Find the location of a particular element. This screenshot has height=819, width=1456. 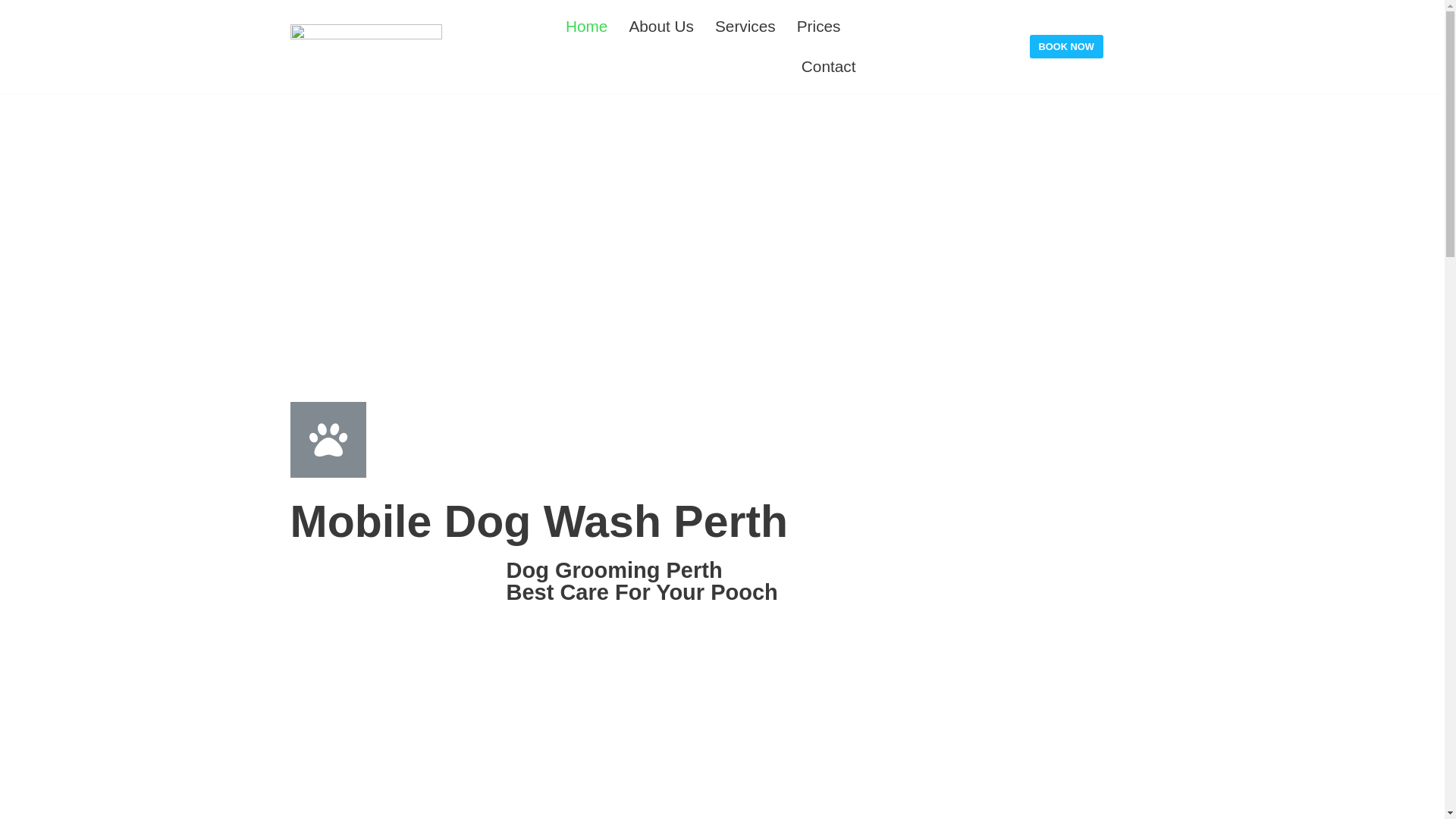

'Prices' is located at coordinates (818, 26).